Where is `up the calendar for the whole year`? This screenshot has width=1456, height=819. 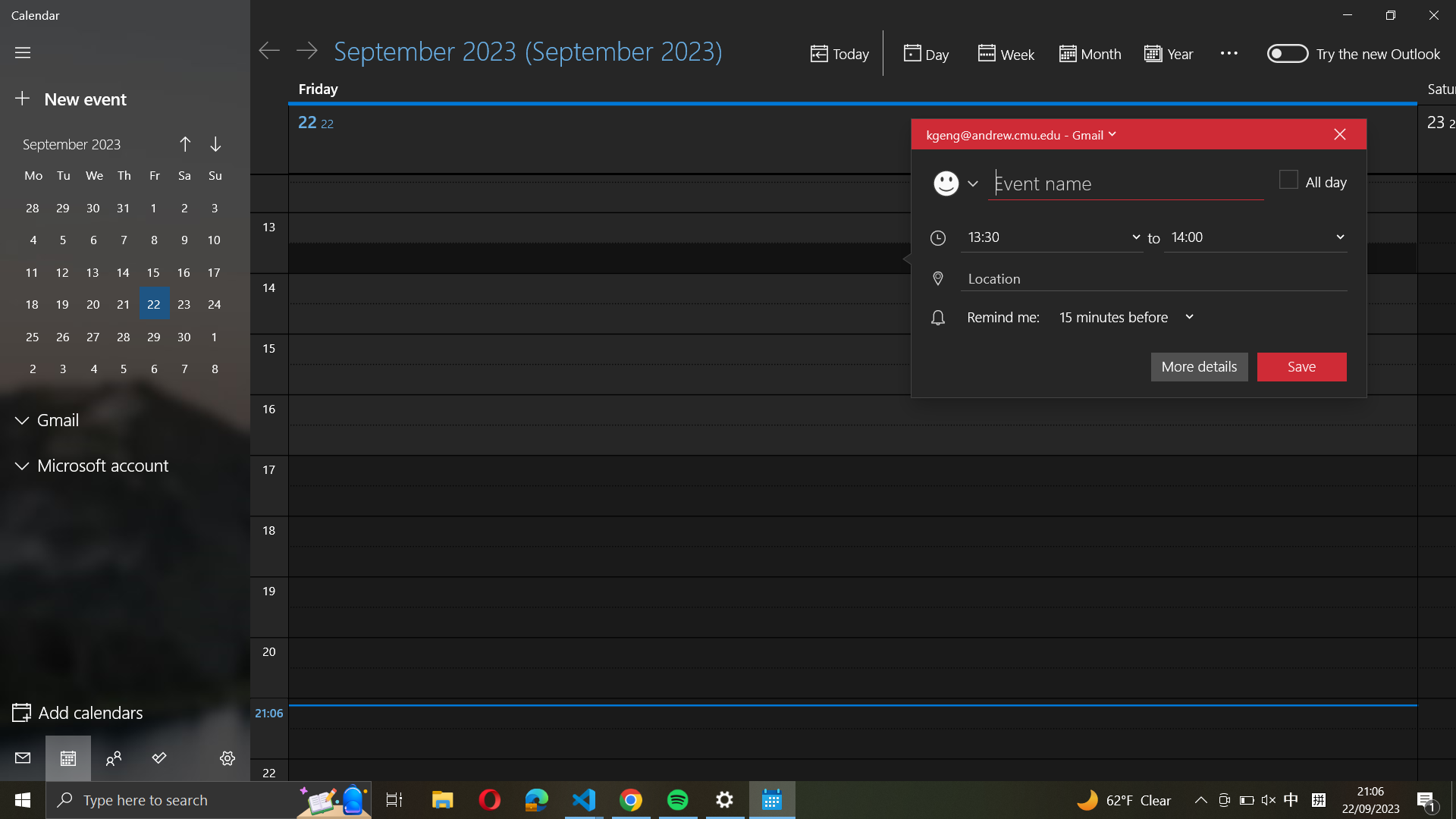 up the calendar for the whole year is located at coordinates (1172, 52).